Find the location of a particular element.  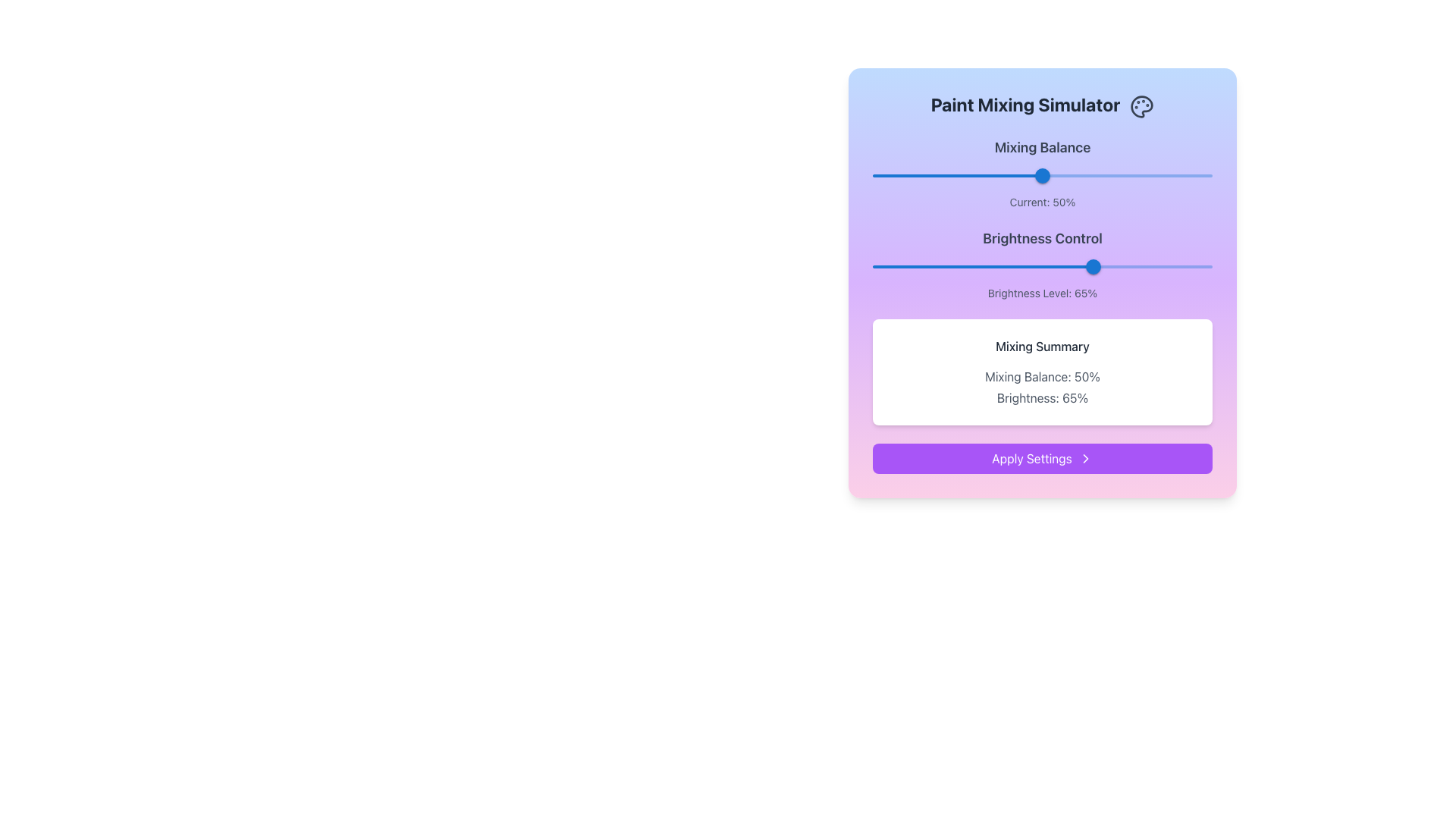

the Brightness Control slider is located at coordinates (1018, 265).